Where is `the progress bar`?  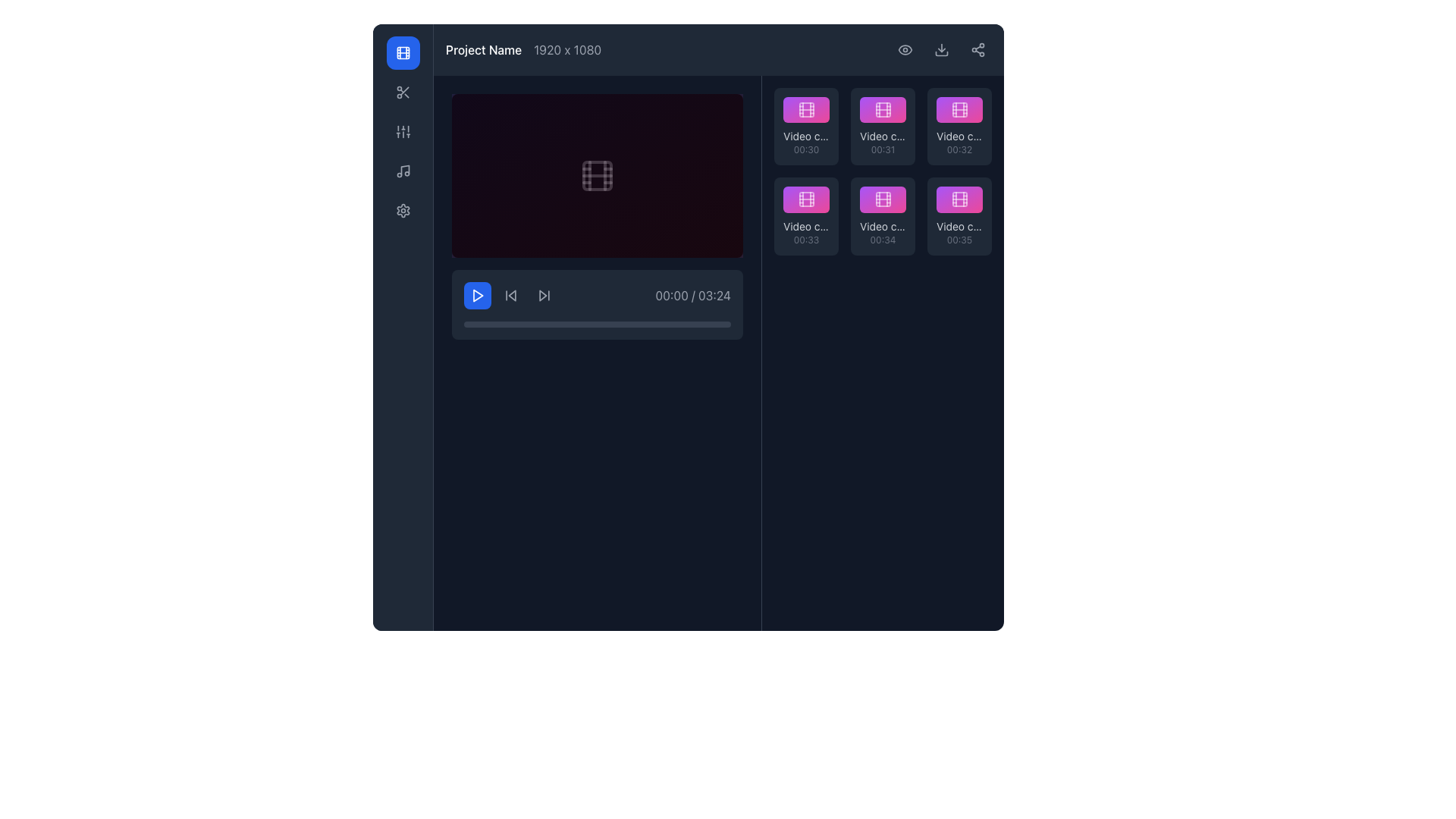
the progress bar is located at coordinates (493, 324).